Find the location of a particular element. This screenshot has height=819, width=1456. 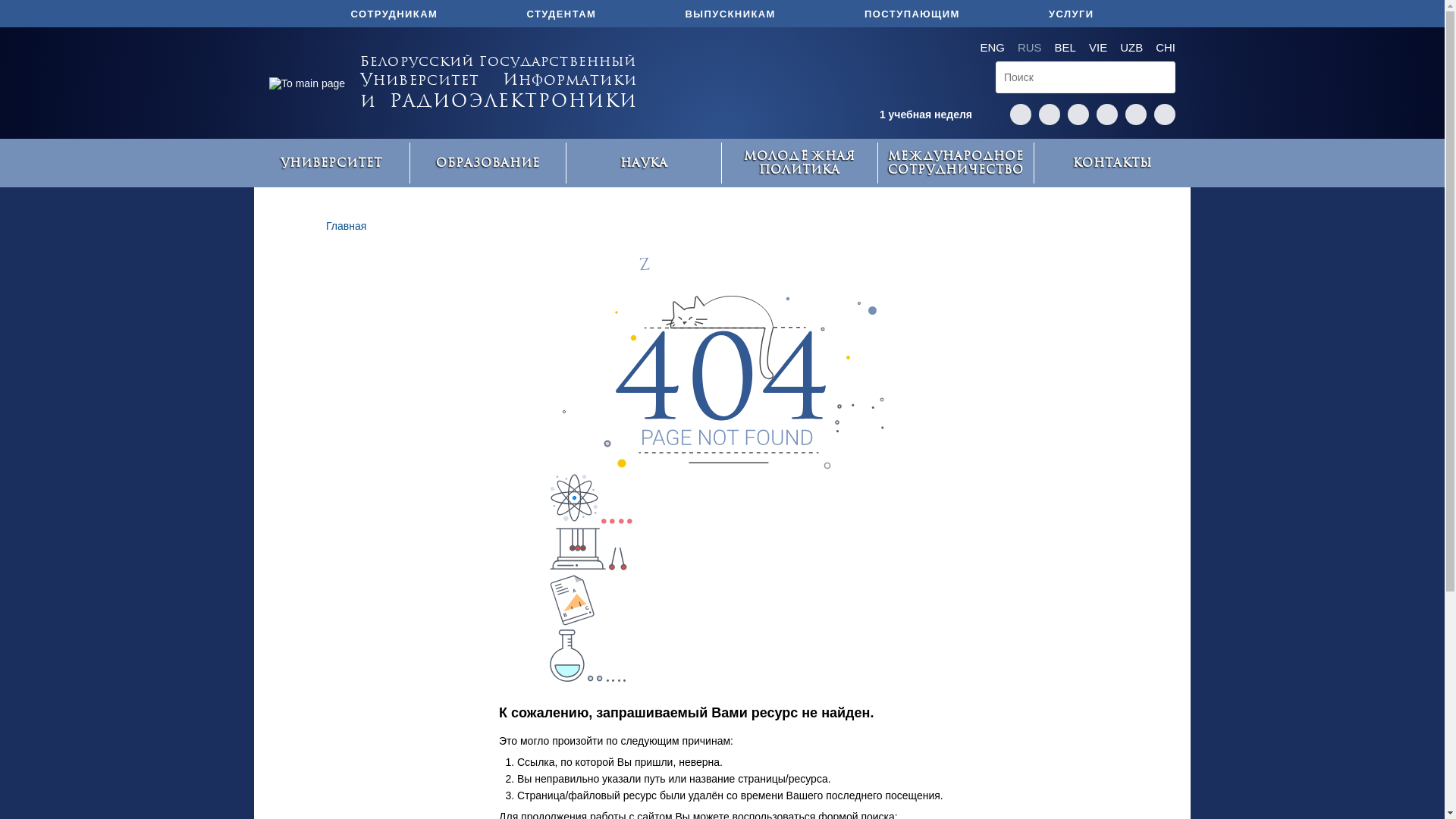

'BEL' is located at coordinates (1054, 46).